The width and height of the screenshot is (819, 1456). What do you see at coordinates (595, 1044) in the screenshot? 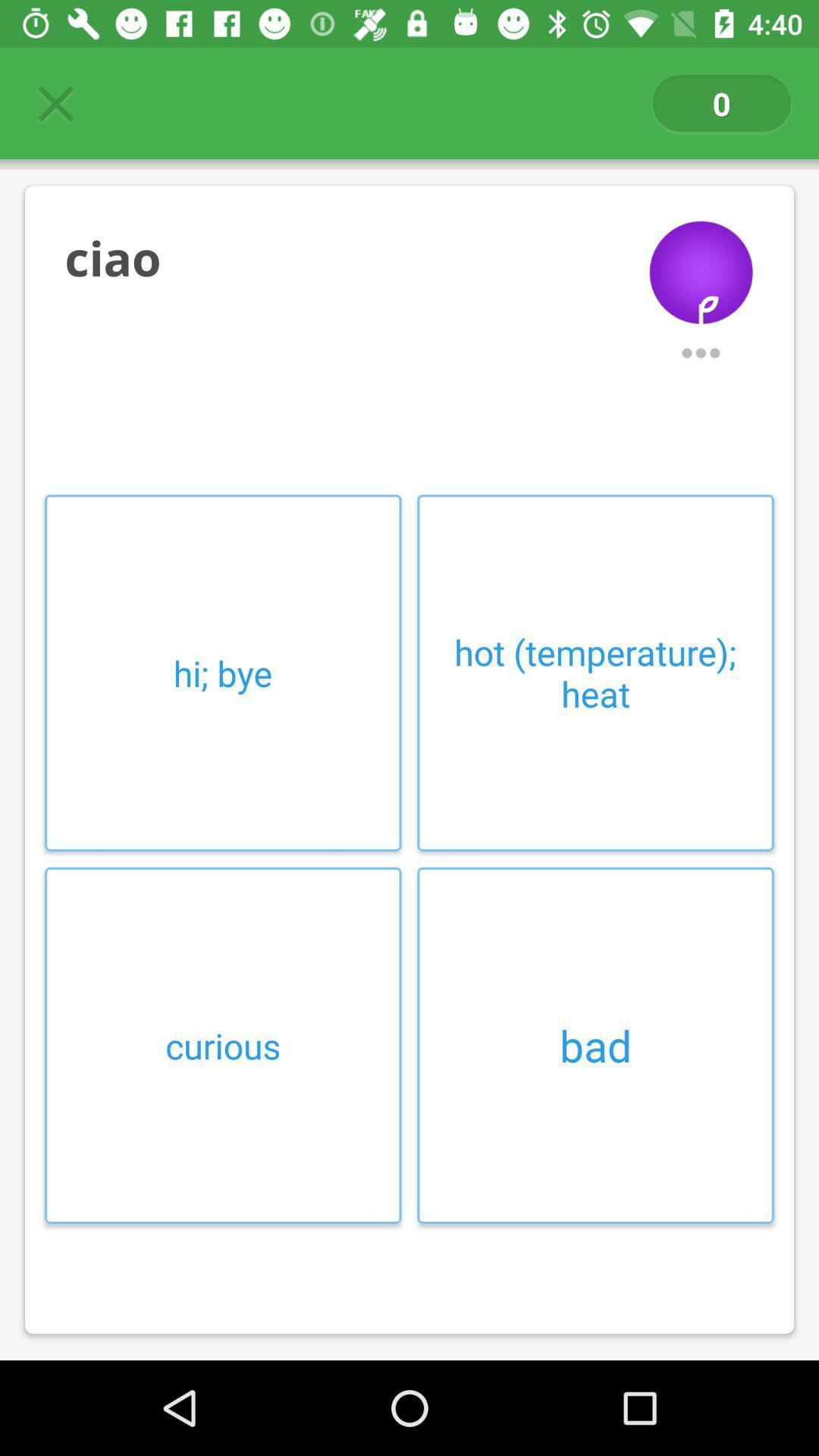
I see `item next to curious icon` at bounding box center [595, 1044].